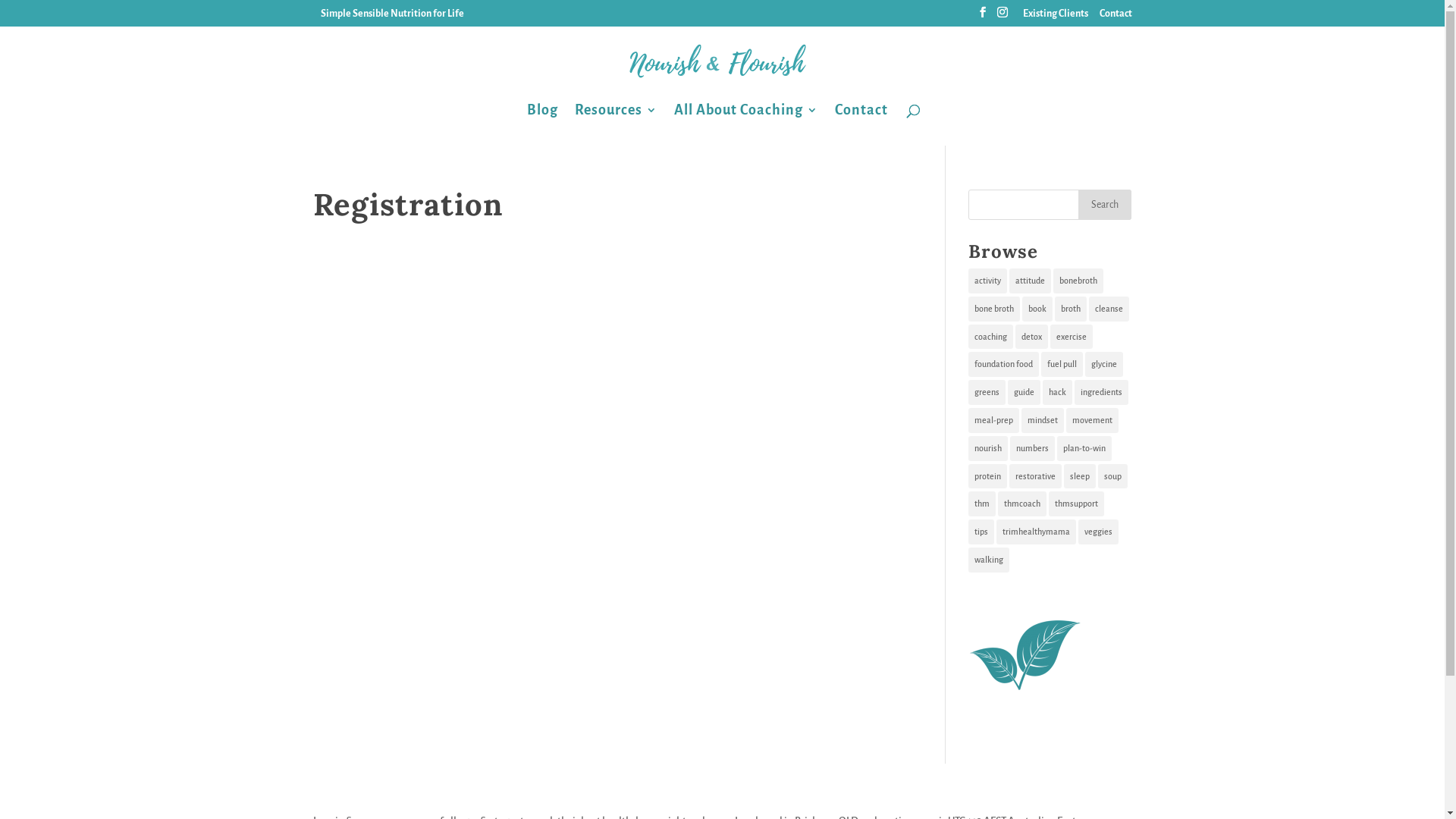  I want to click on 'coaching', so click(990, 336).